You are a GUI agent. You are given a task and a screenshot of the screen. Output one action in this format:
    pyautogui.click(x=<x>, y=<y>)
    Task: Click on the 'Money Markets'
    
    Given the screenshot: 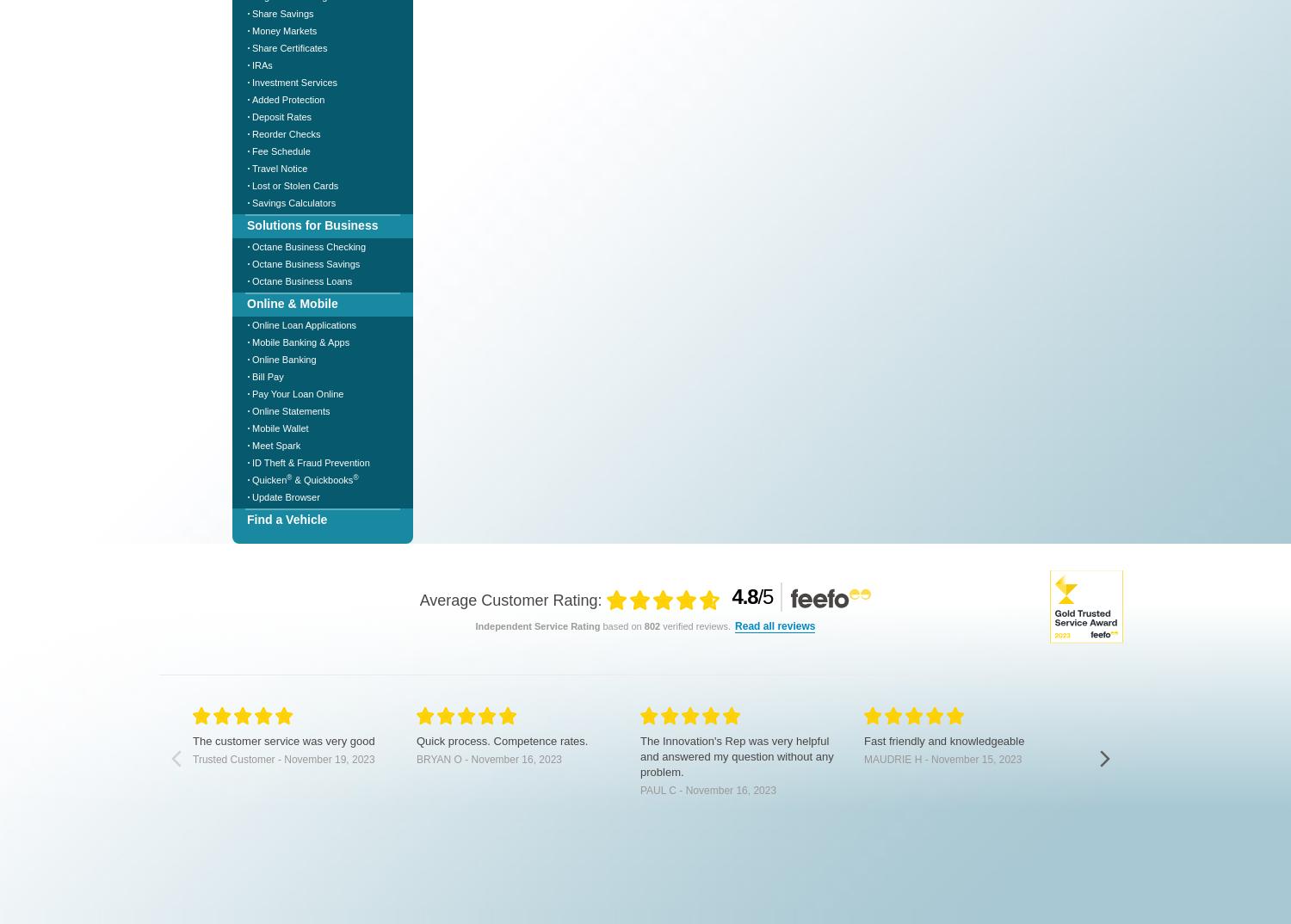 What is the action you would take?
    pyautogui.click(x=283, y=29)
    